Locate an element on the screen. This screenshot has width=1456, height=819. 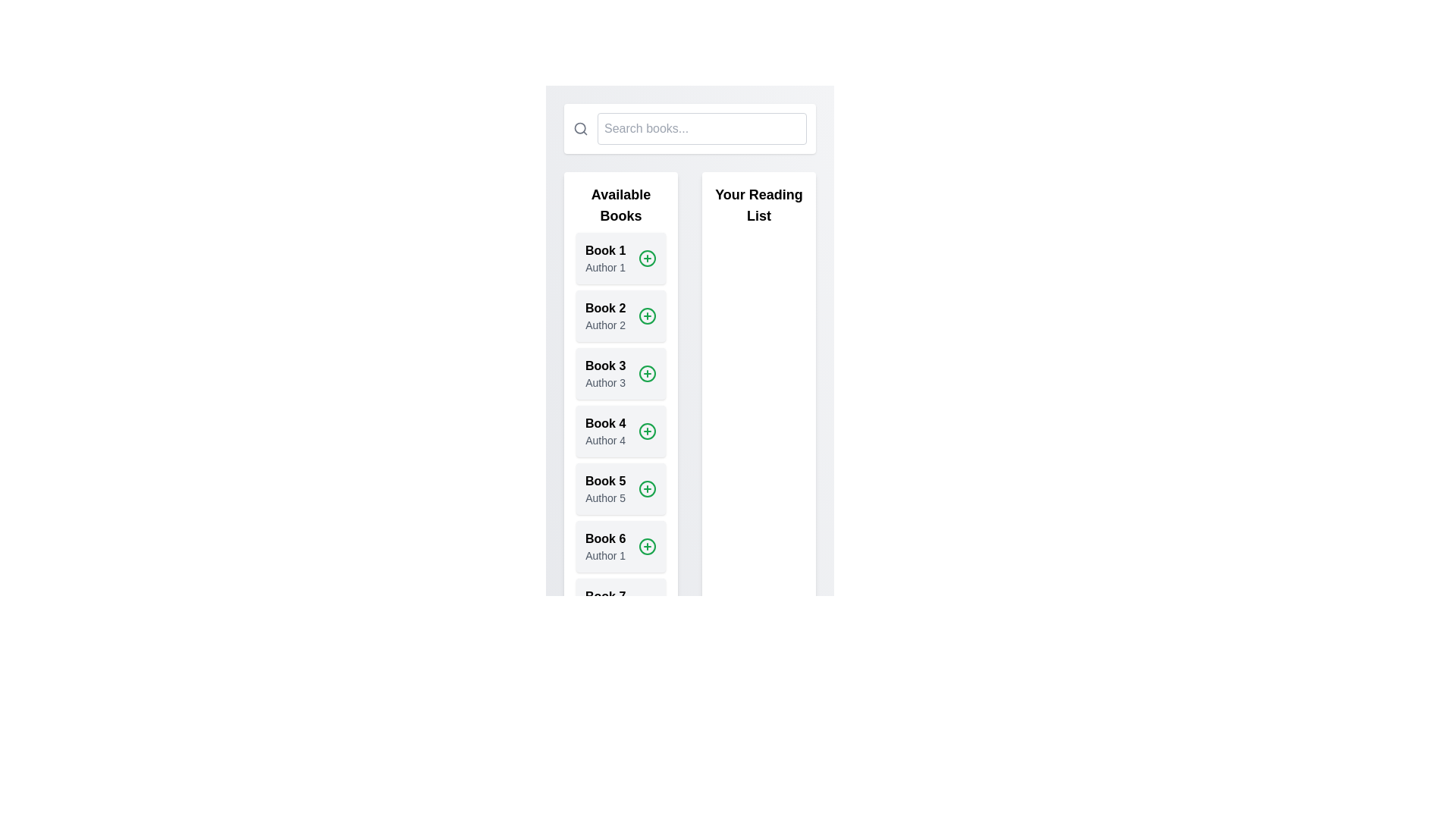
the text display component containing the title 'Book 3' and author 'Author 3' in the 'Available Books' section is located at coordinates (604, 374).